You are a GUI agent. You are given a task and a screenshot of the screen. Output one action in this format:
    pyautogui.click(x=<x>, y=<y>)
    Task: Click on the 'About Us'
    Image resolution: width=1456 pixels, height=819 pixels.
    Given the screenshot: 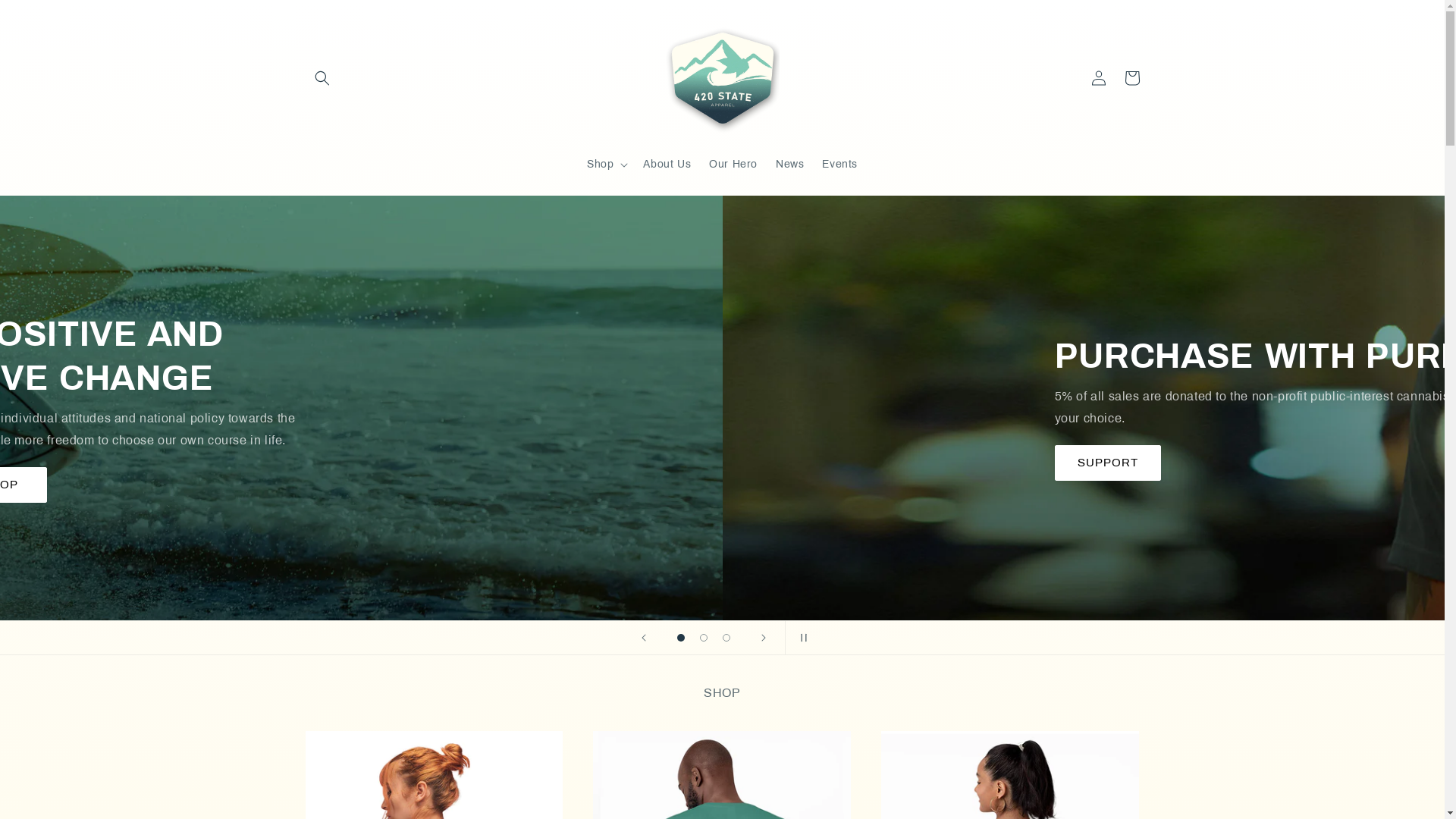 What is the action you would take?
    pyautogui.click(x=633, y=164)
    